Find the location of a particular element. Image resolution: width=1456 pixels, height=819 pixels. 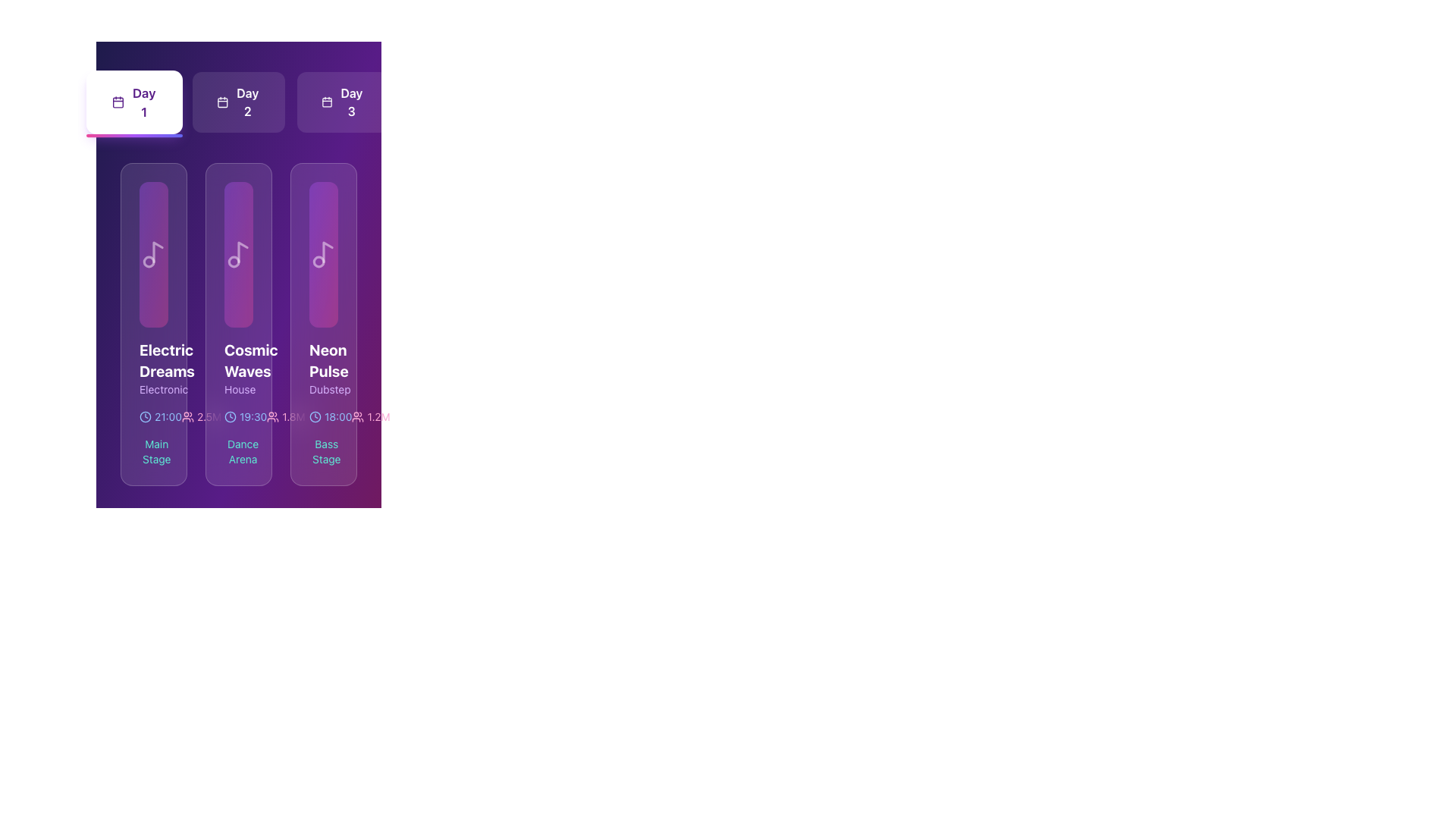

grouped informational component resembling a button, which features a purple calendar icon and bold text 'Day 1' is located at coordinates (134, 102).